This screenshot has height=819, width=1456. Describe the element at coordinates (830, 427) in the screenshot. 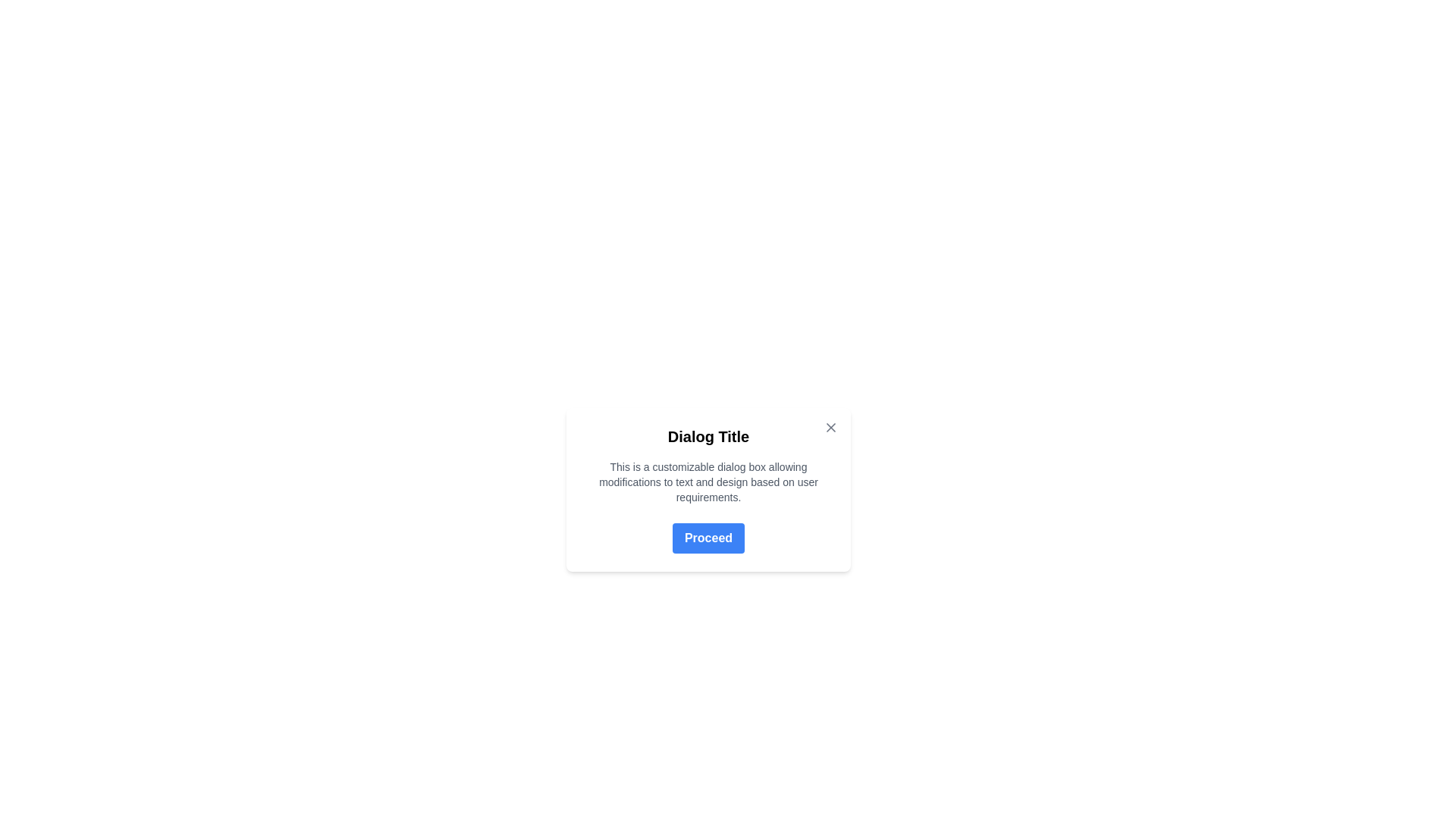

I see `the diagonal line forming part of the 'X' icon in the top-right corner of the dialog box, which is used for dismissal actions` at that location.